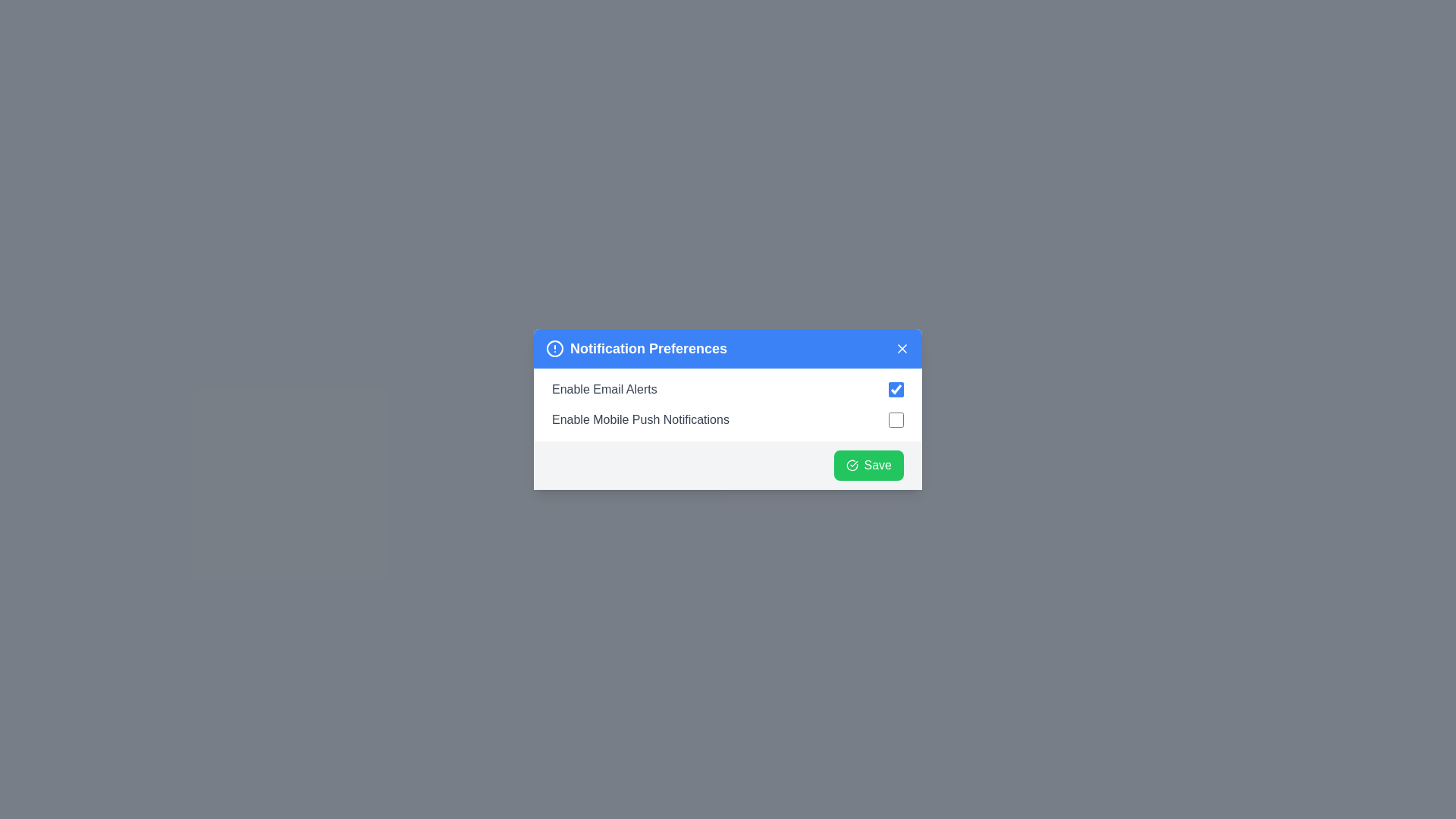 This screenshot has width=1456, height=819. I want to click on the checked checkbox with a blue accent color located next to the text 'Enable Email Alerts', so click(896, 388).